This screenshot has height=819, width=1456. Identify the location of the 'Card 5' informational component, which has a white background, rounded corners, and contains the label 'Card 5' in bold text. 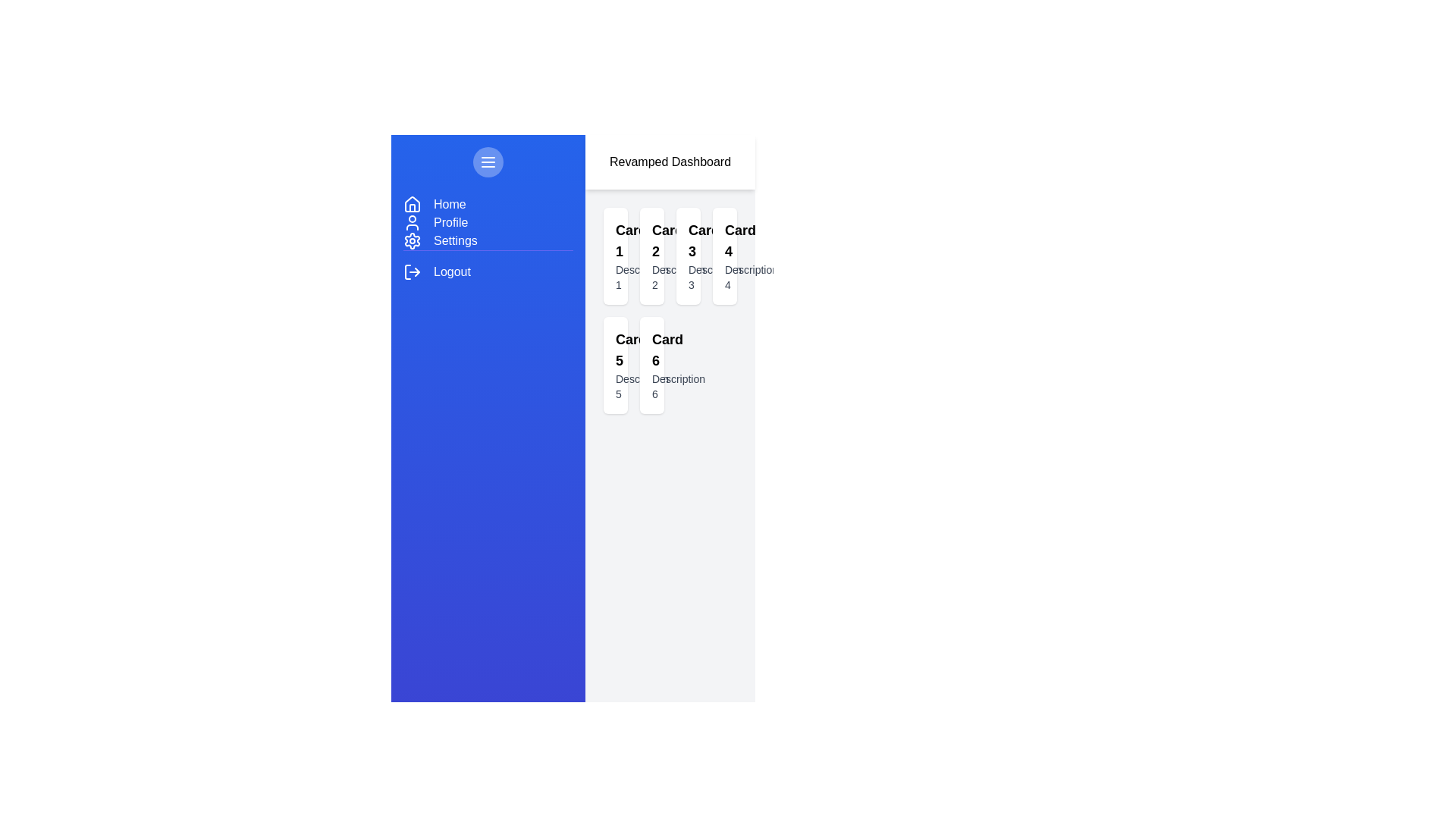
(615, 366).